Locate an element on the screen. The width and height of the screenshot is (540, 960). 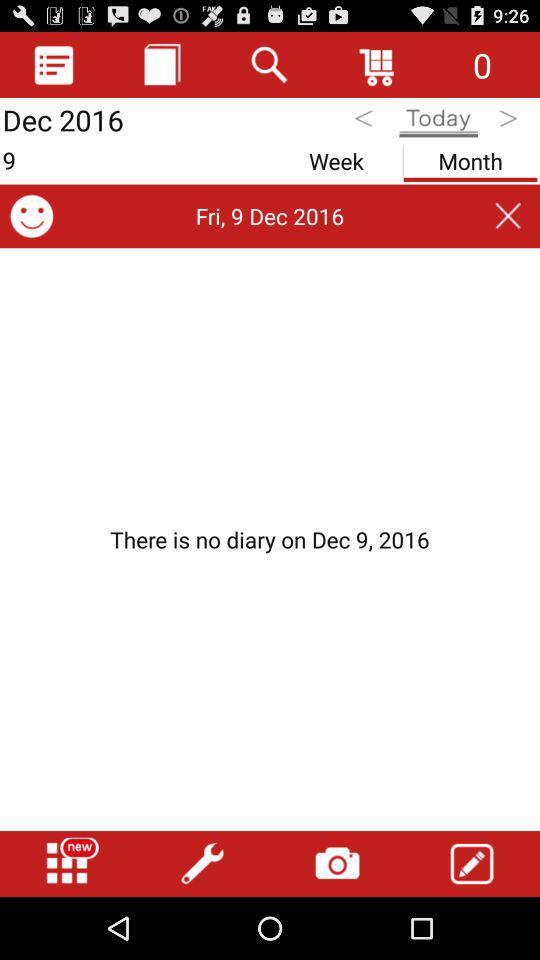
go back is located at coordinates (365, 121).